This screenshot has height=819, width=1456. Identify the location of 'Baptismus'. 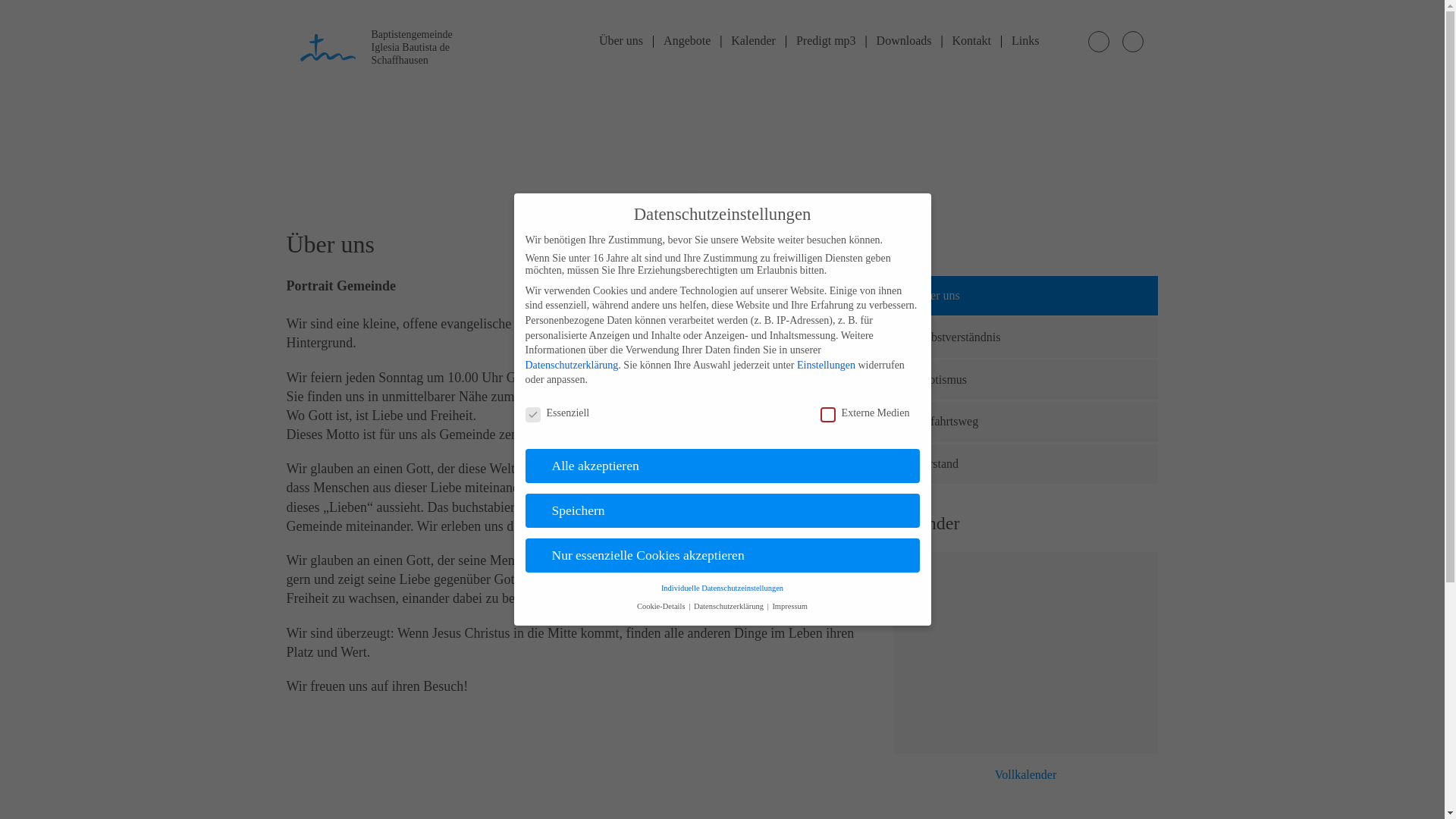
(893, 379).